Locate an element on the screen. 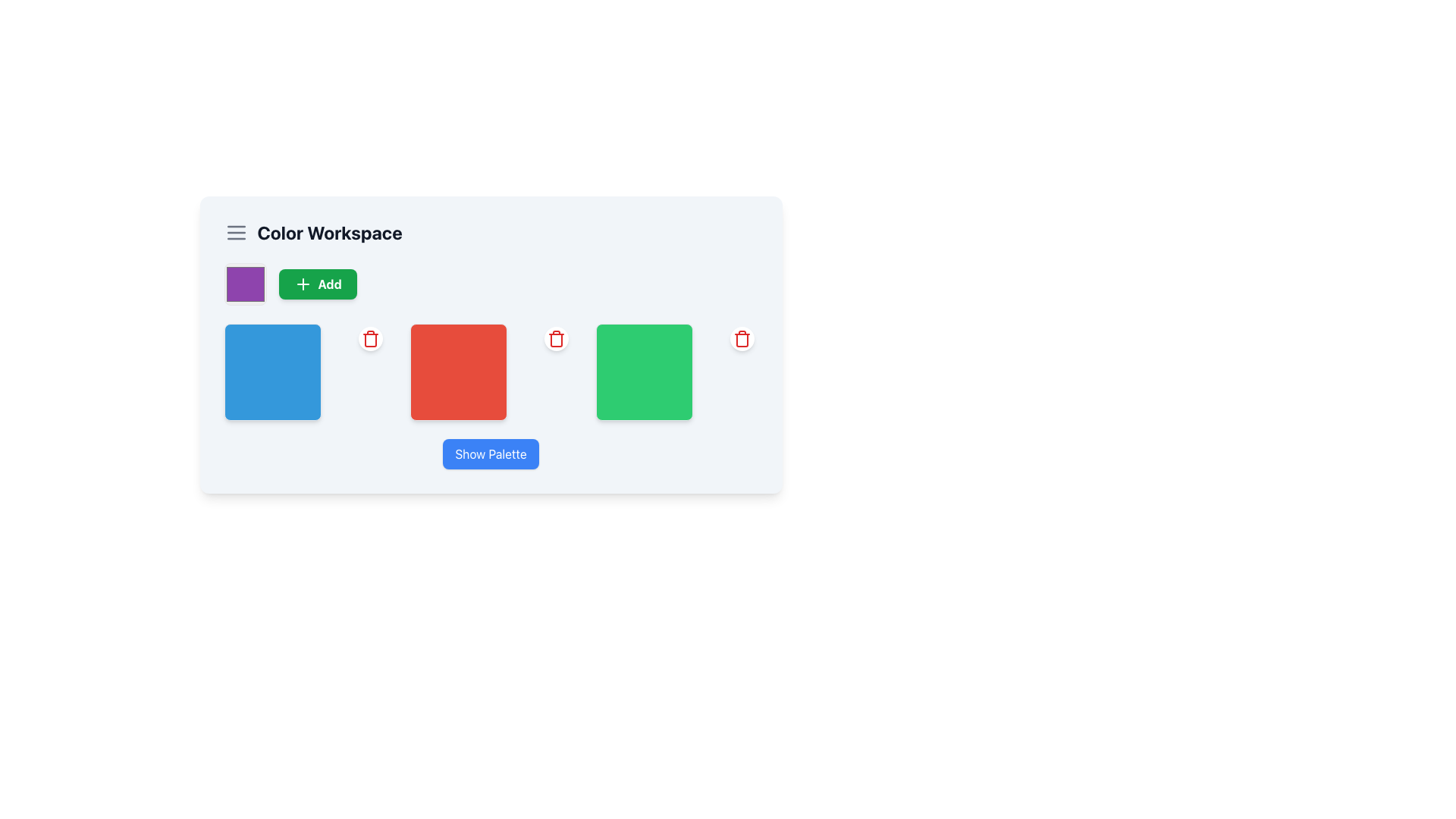 This screenshot has width=1456, height=819. the visual placeholder or interactive button located centrally in the grid, which is the second item surrounded by a blue square on the left and a green square on the right is located at coordinates (491, 372).